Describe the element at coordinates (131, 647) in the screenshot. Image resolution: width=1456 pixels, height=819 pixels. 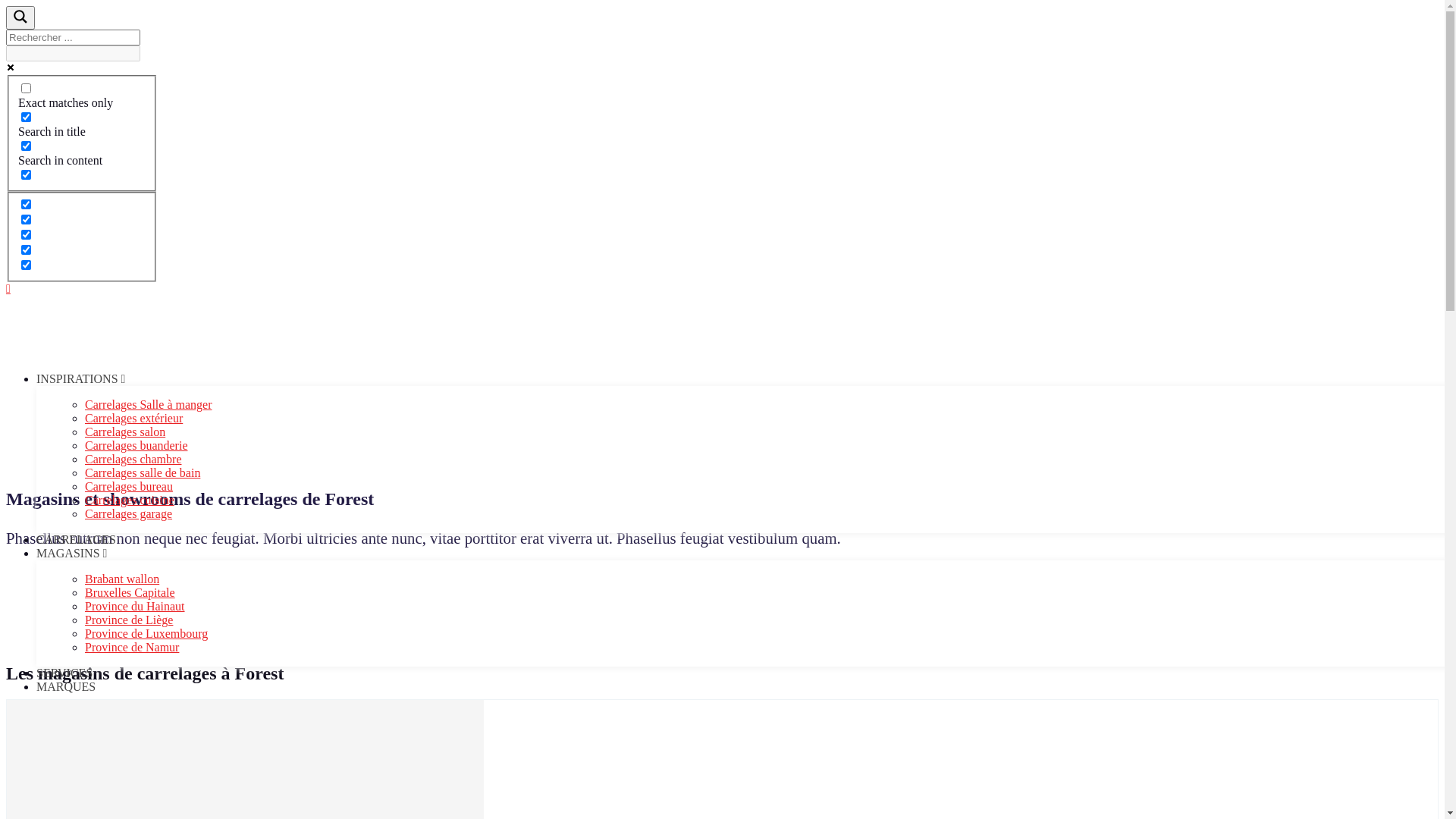
I see `'Province de Namur'` at that location.